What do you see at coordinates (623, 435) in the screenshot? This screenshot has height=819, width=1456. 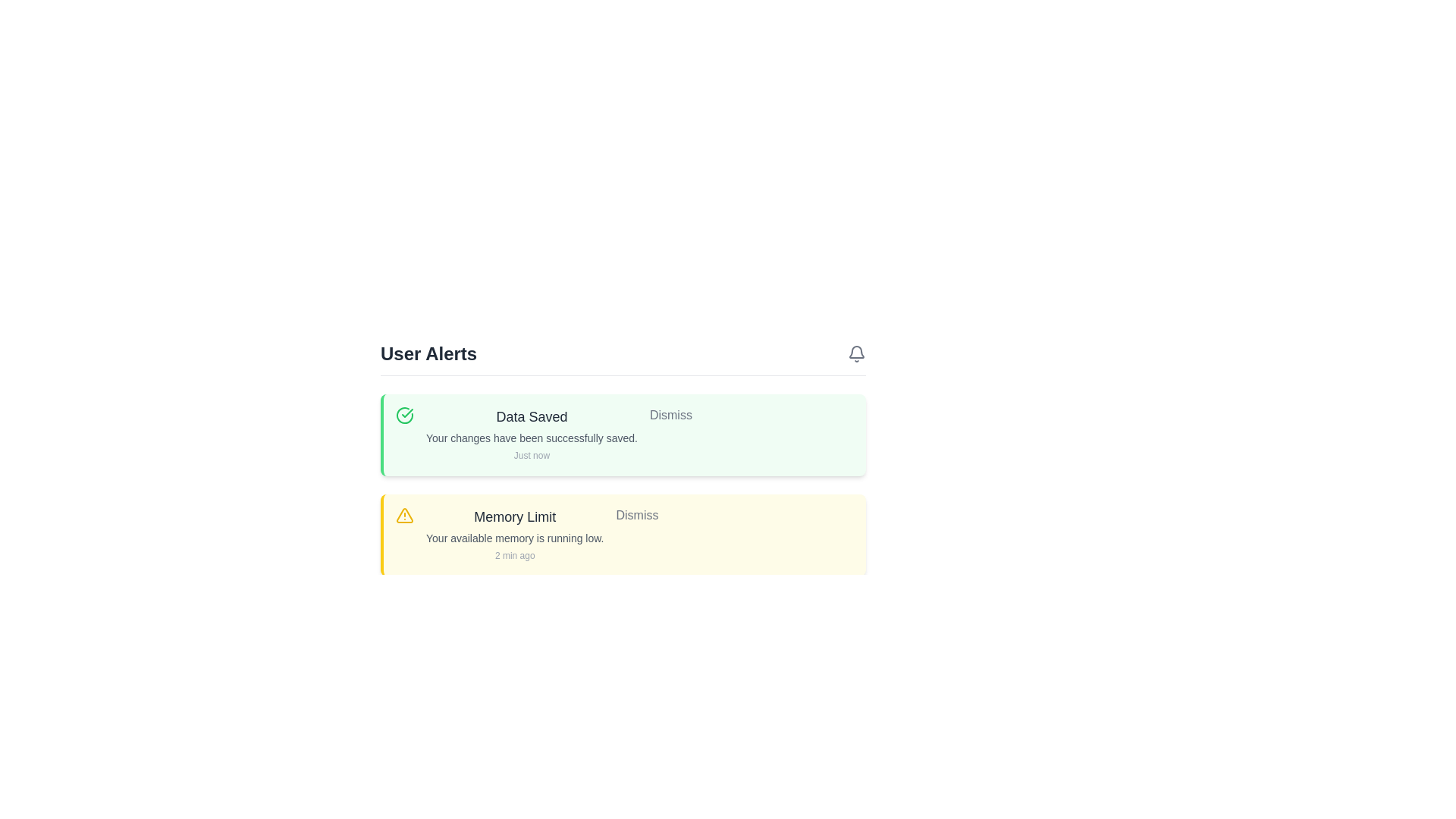 I see `the 'Data Saved' alert to read its details` at bounding box center [623, 435].